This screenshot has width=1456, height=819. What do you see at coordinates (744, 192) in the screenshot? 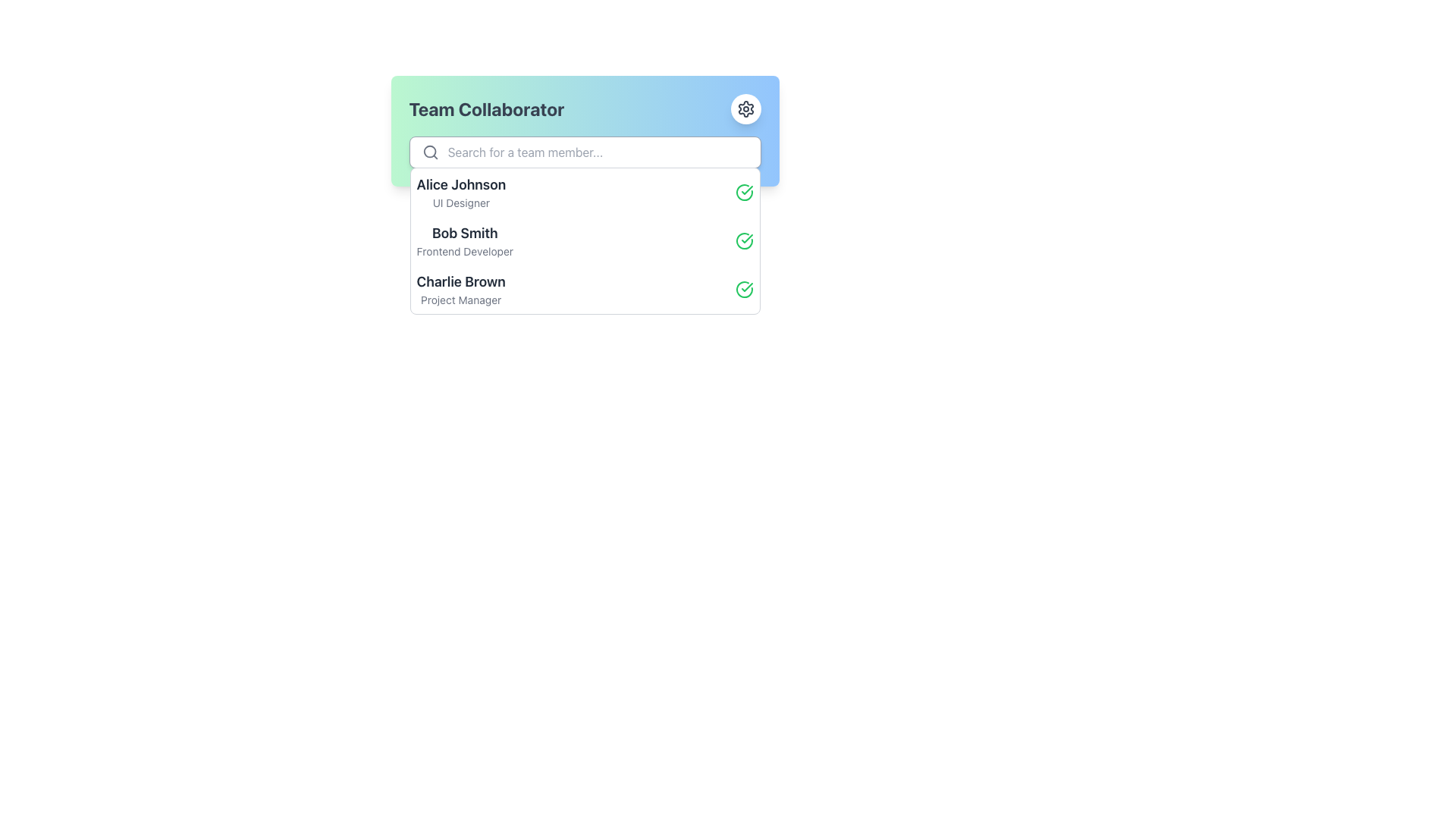
I see `the green circular icon with a white checkmark, located to the right of 'Alice Johnson' and 'UI Designer' in the dropdown menu` at bounding box center [744, 192].